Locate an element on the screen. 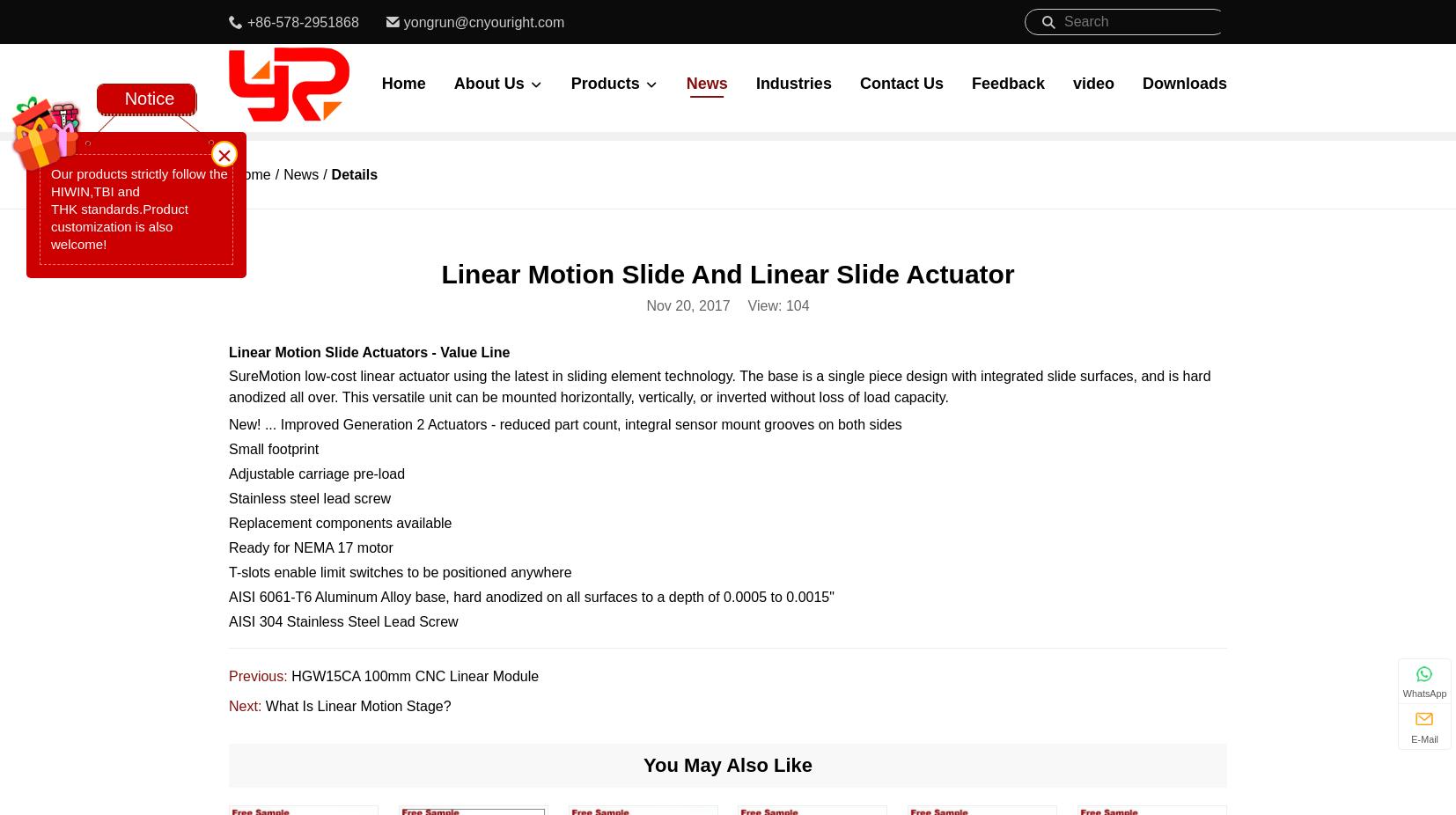 The height and width of the screenshot is (815, 1456). 'Previous:' is located at coordinates (259, 676).